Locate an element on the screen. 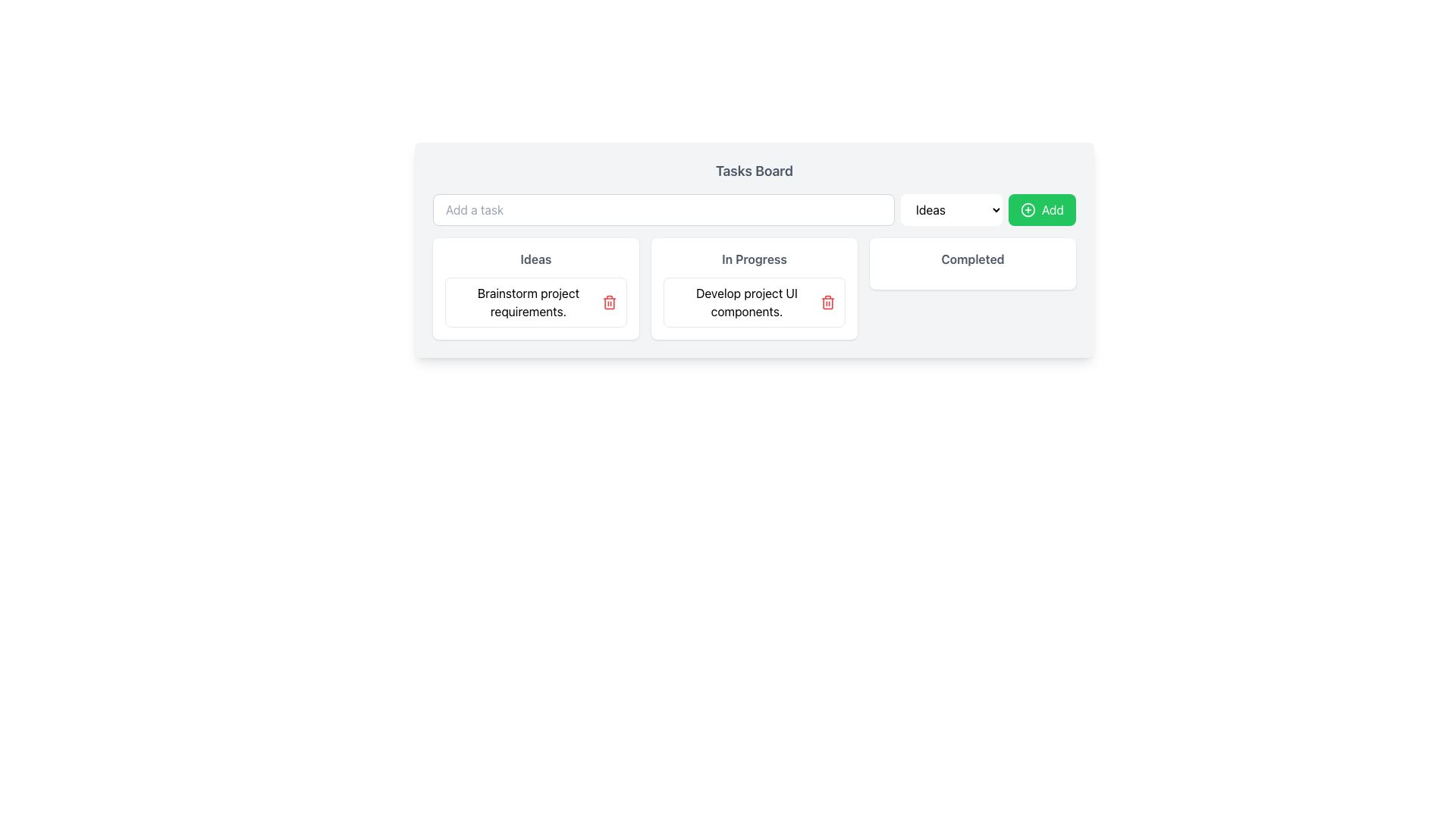 This screenshot has width=1456, height=819. the circular icon inside the 'Add' button located at the top-right corner of the task board interface to initiate the 'Add' action is located at coordinates (1028, 210).